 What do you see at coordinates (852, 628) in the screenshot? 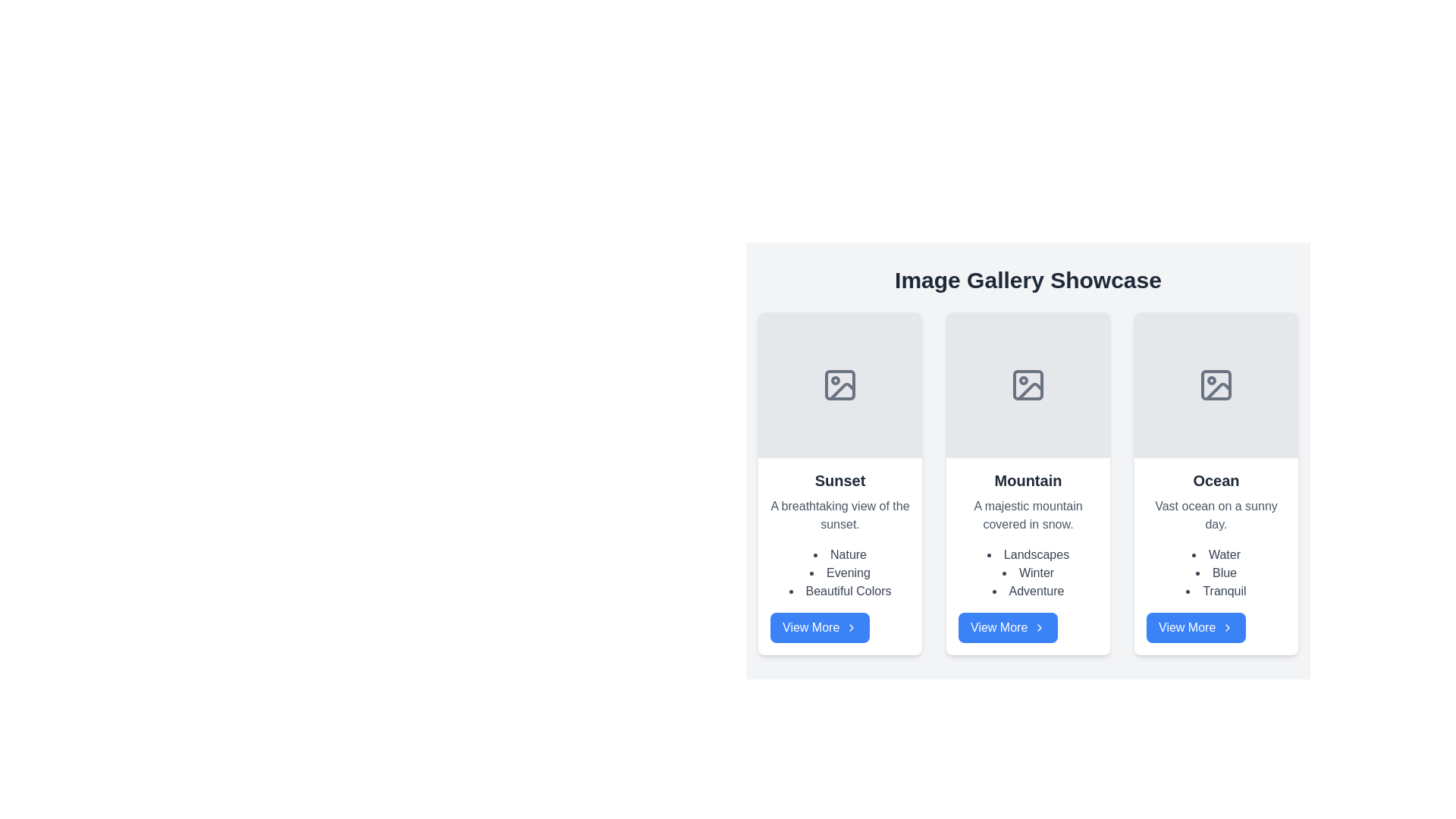
I see `the right-pointing arrow icon located within the 'View More' button under the 'Sunset' section` at bounding box center [852, 628].